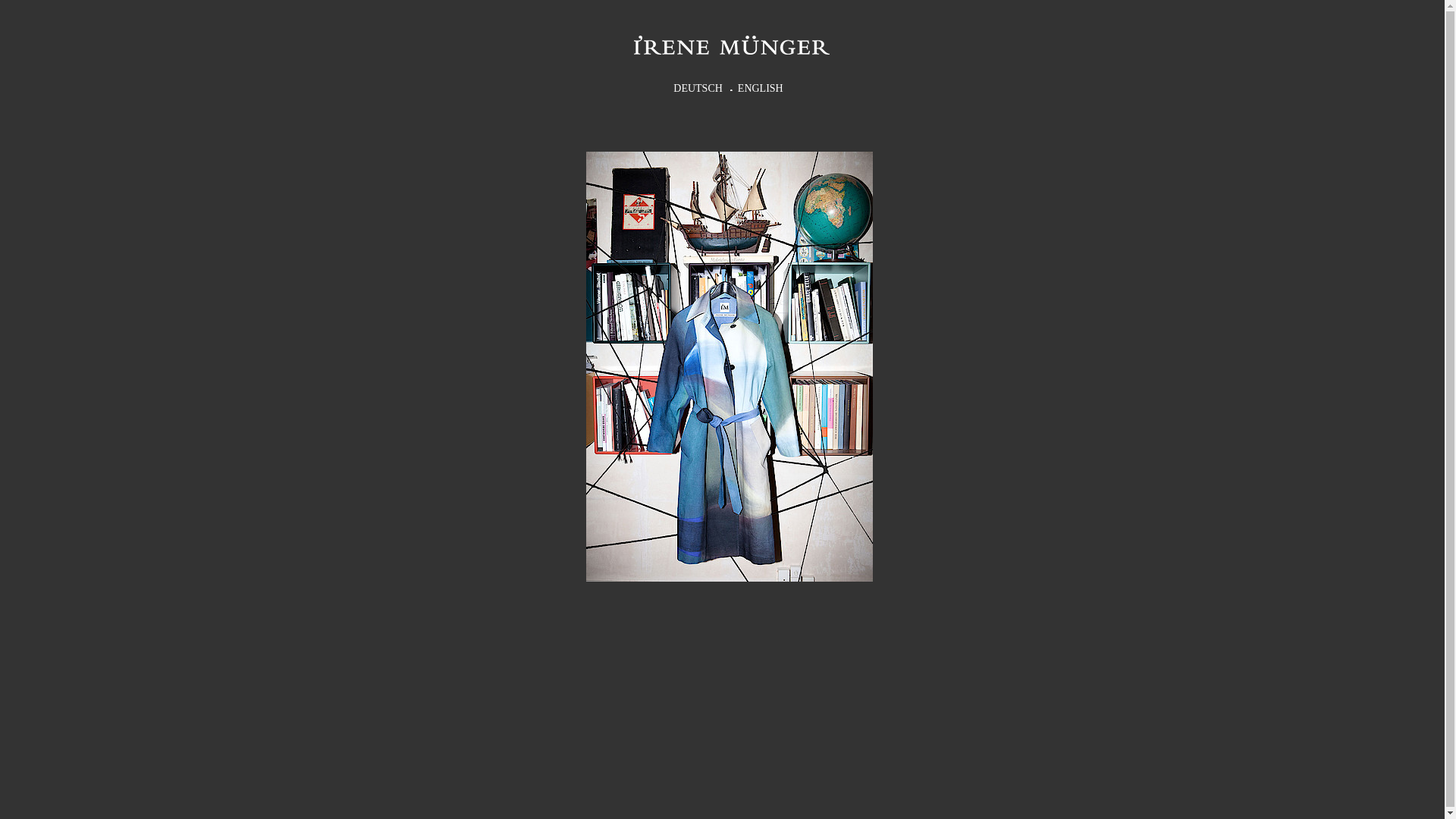  I want to click on 'ENGLISH', so click(761, 85).